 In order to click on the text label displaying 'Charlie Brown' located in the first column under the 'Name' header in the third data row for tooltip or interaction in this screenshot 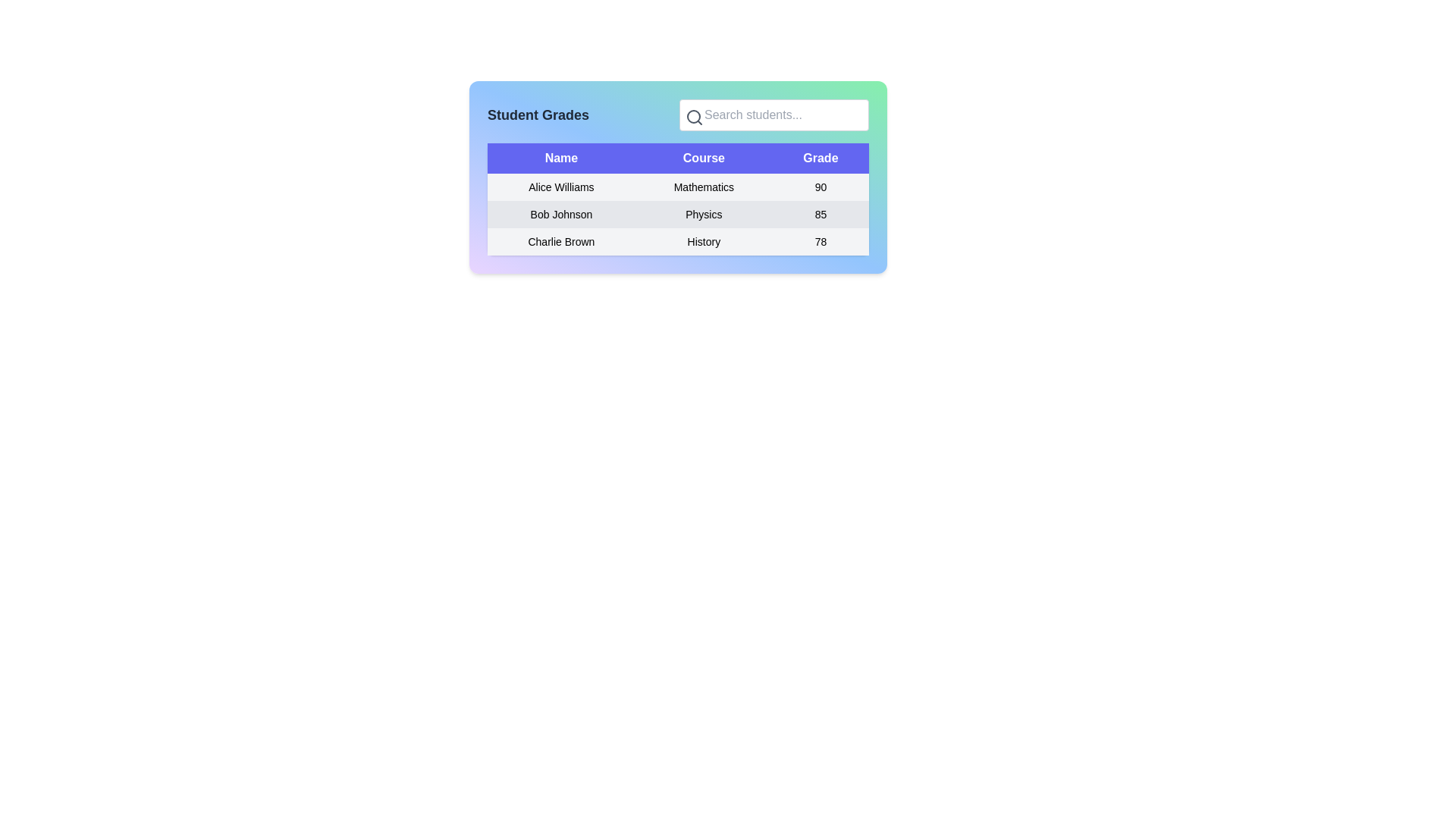, I will do `click(560, 241)`.